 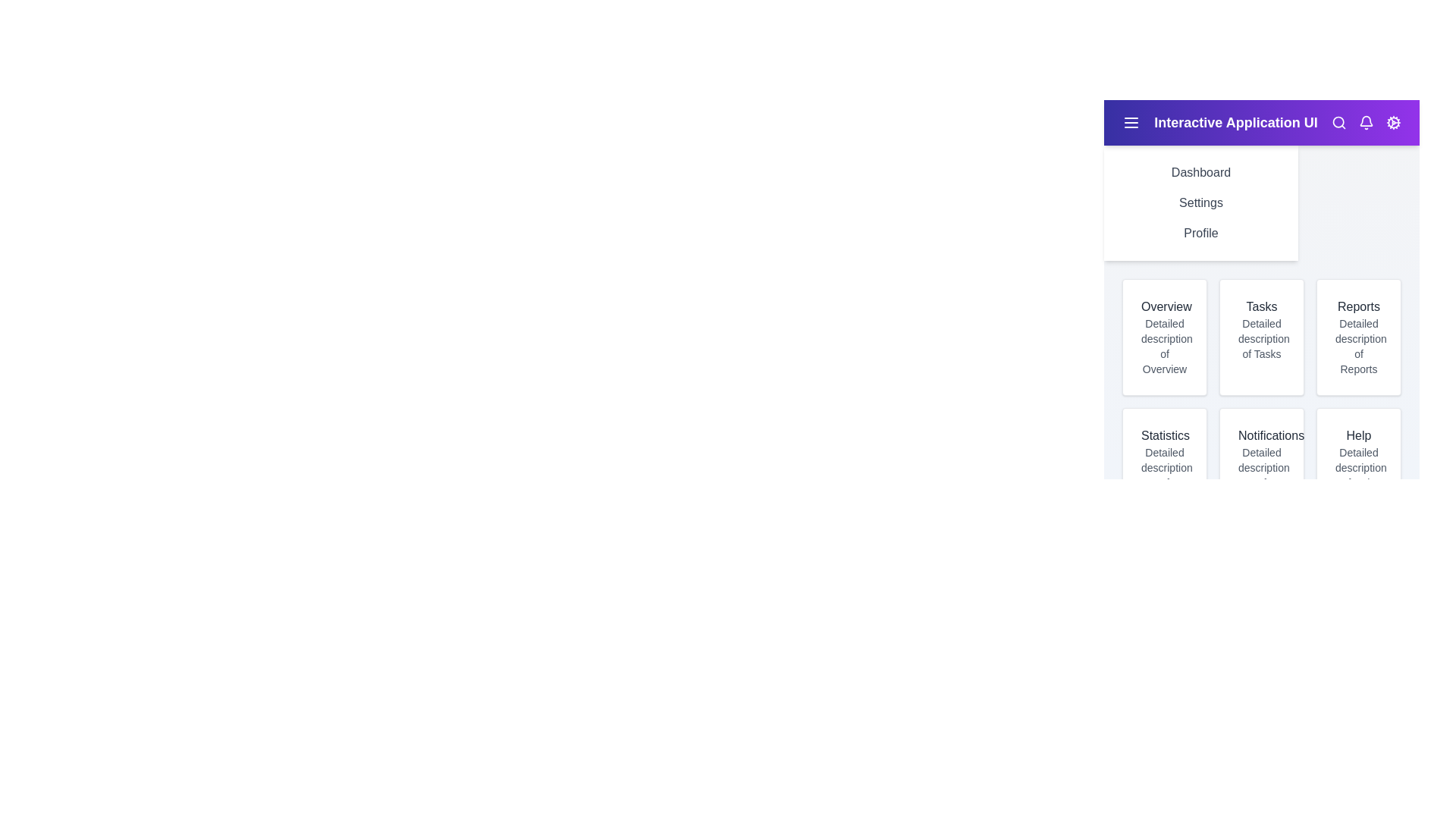 What do you see at coordinates (1200, 202) in the screenshot?
I see `the sidebar menu item Settings` at bounding box center [1200, 202].